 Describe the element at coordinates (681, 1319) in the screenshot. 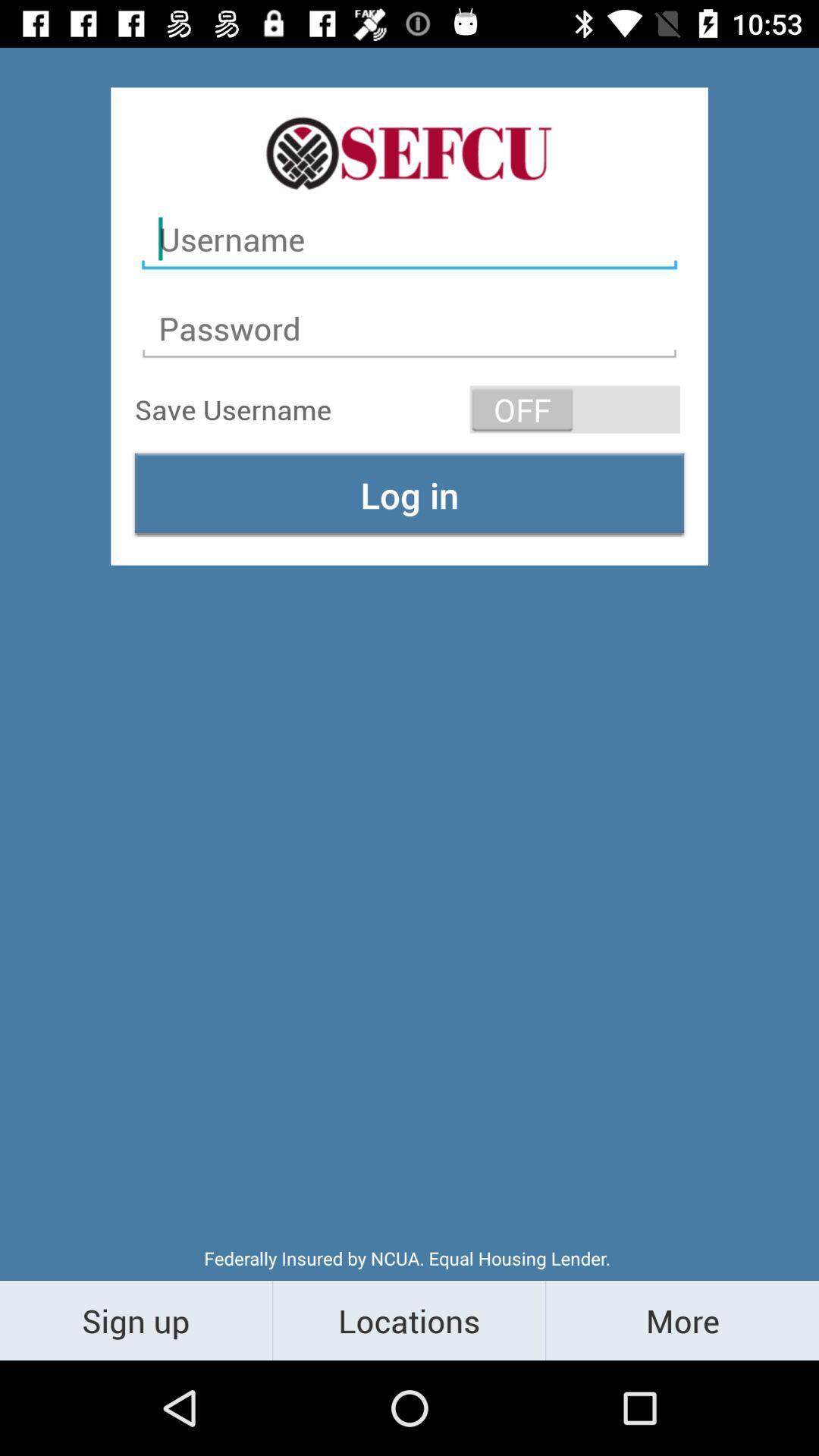

I see `the more` at that location.